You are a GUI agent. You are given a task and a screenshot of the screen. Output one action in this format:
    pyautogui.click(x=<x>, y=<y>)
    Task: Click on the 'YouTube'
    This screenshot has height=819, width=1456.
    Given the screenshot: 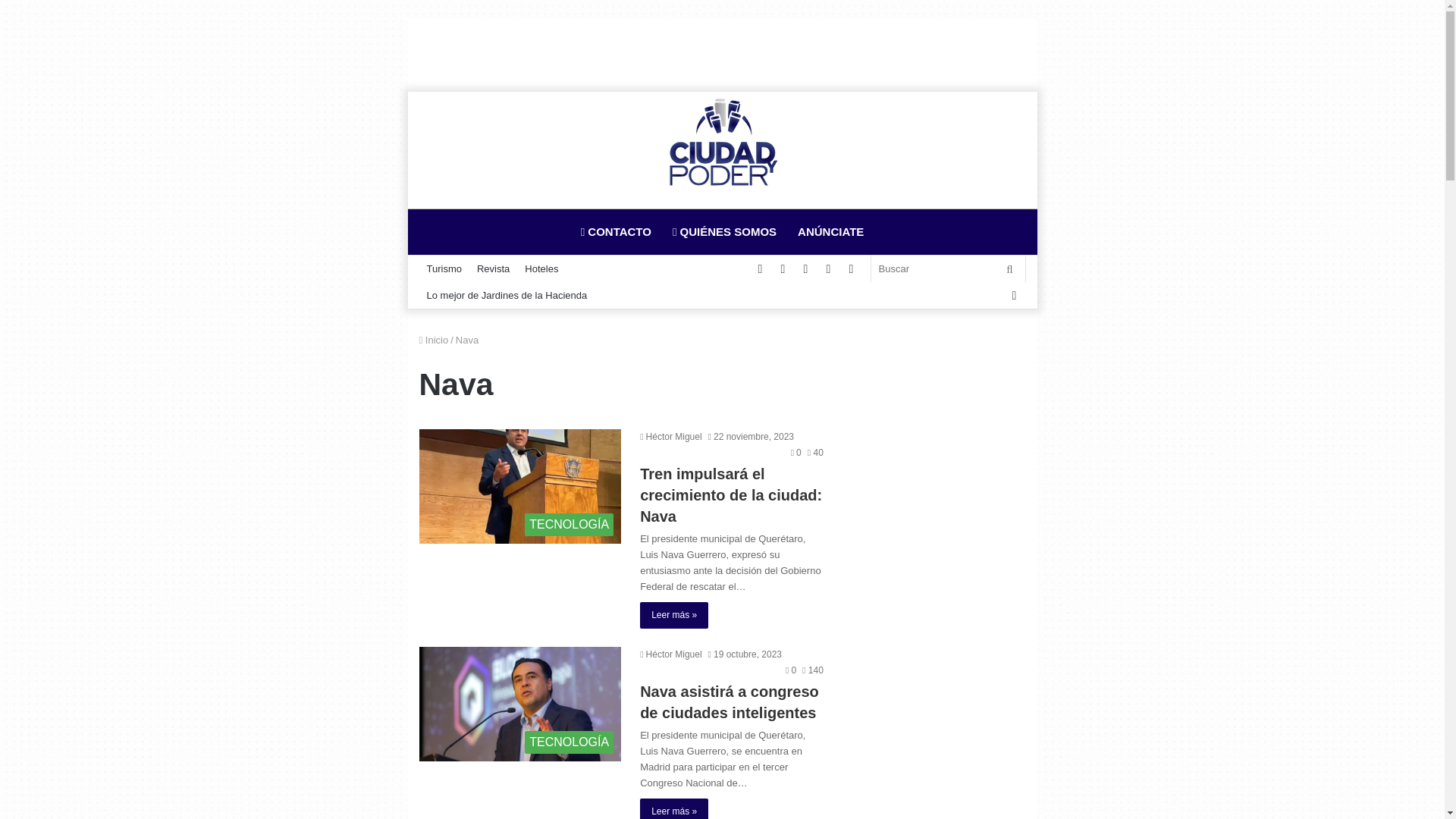 What is the action you would take?
    pyautogui.click(x=783, y=268)
    